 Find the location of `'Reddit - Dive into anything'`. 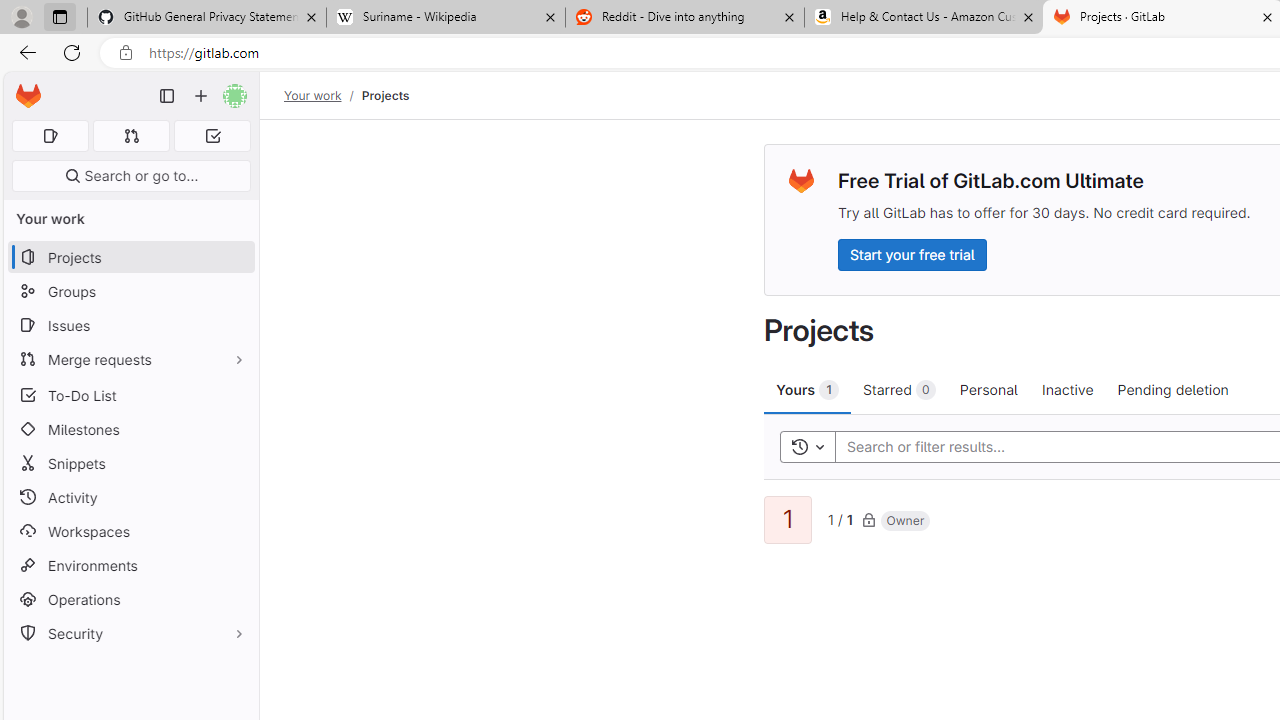

'Reddit - Dive into anything' is located at coordinates (684, 17).